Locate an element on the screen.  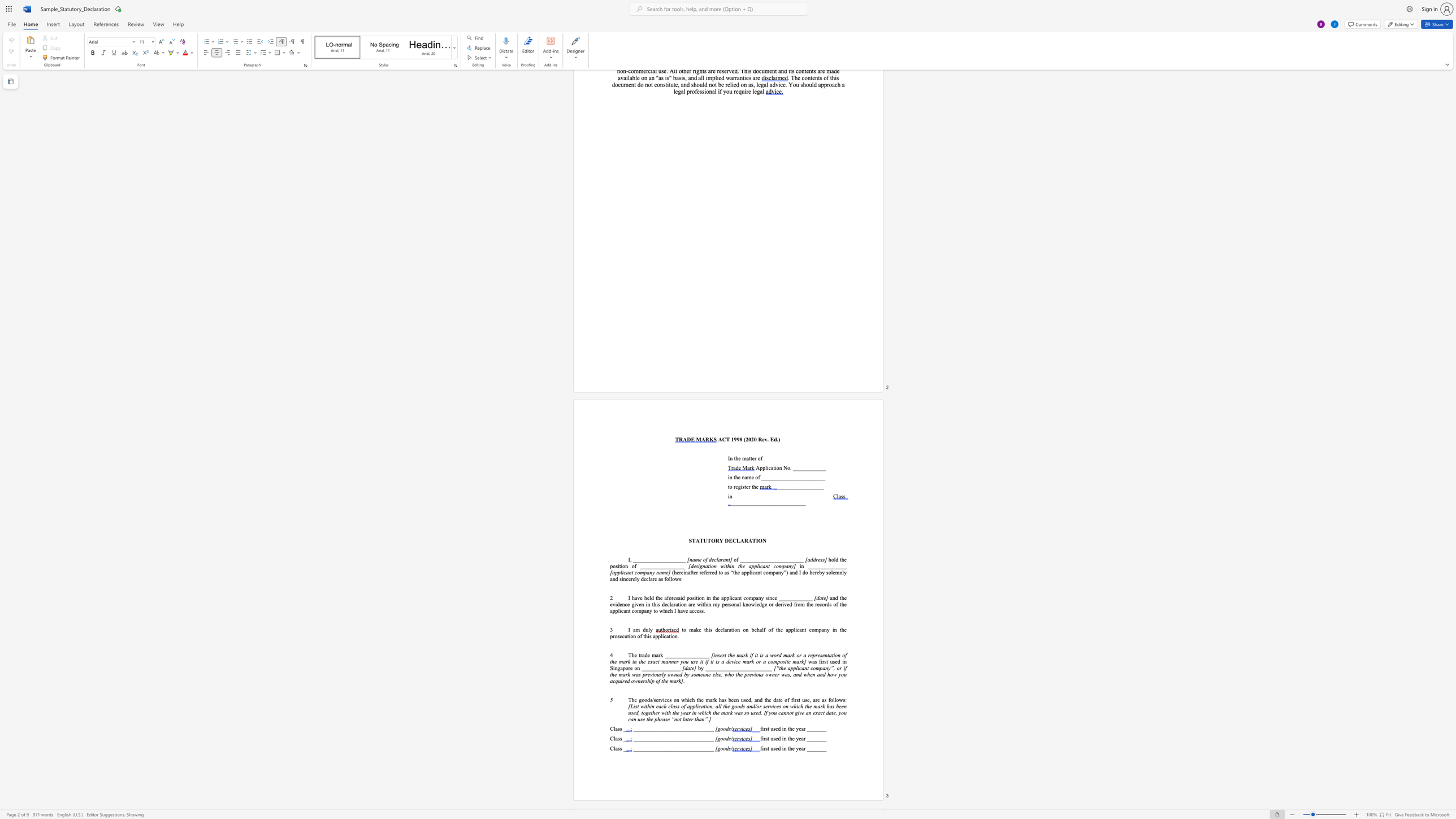
the subset text "tter of" within the text "In the matter of" is located at coordinates (748, 458).